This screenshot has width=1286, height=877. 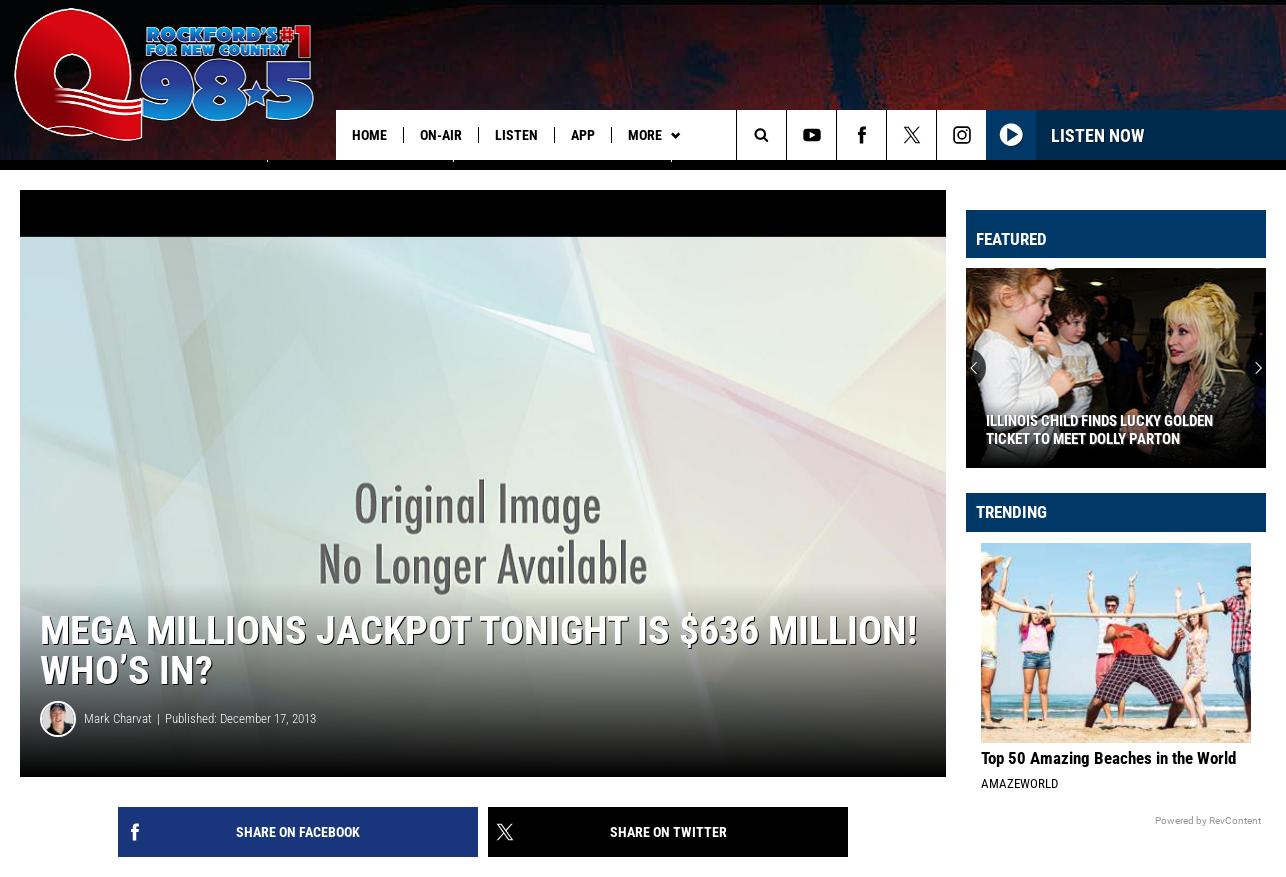 I want to click on 'See Taylor Swift in Paris', so click(x=173, y=176).